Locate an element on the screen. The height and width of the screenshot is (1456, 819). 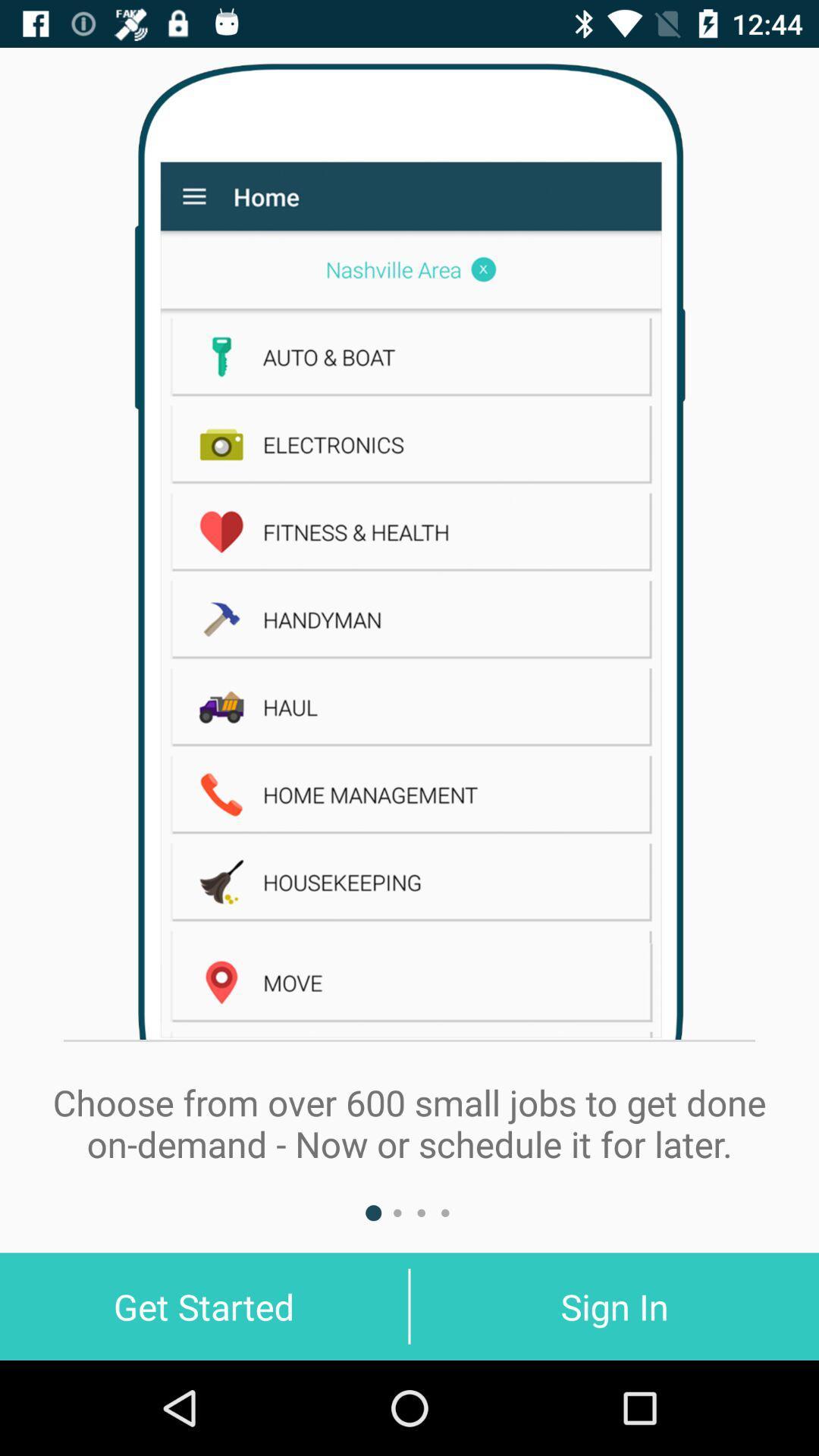
the icon at the bottom right corner is located at coordinates (614, 1306).